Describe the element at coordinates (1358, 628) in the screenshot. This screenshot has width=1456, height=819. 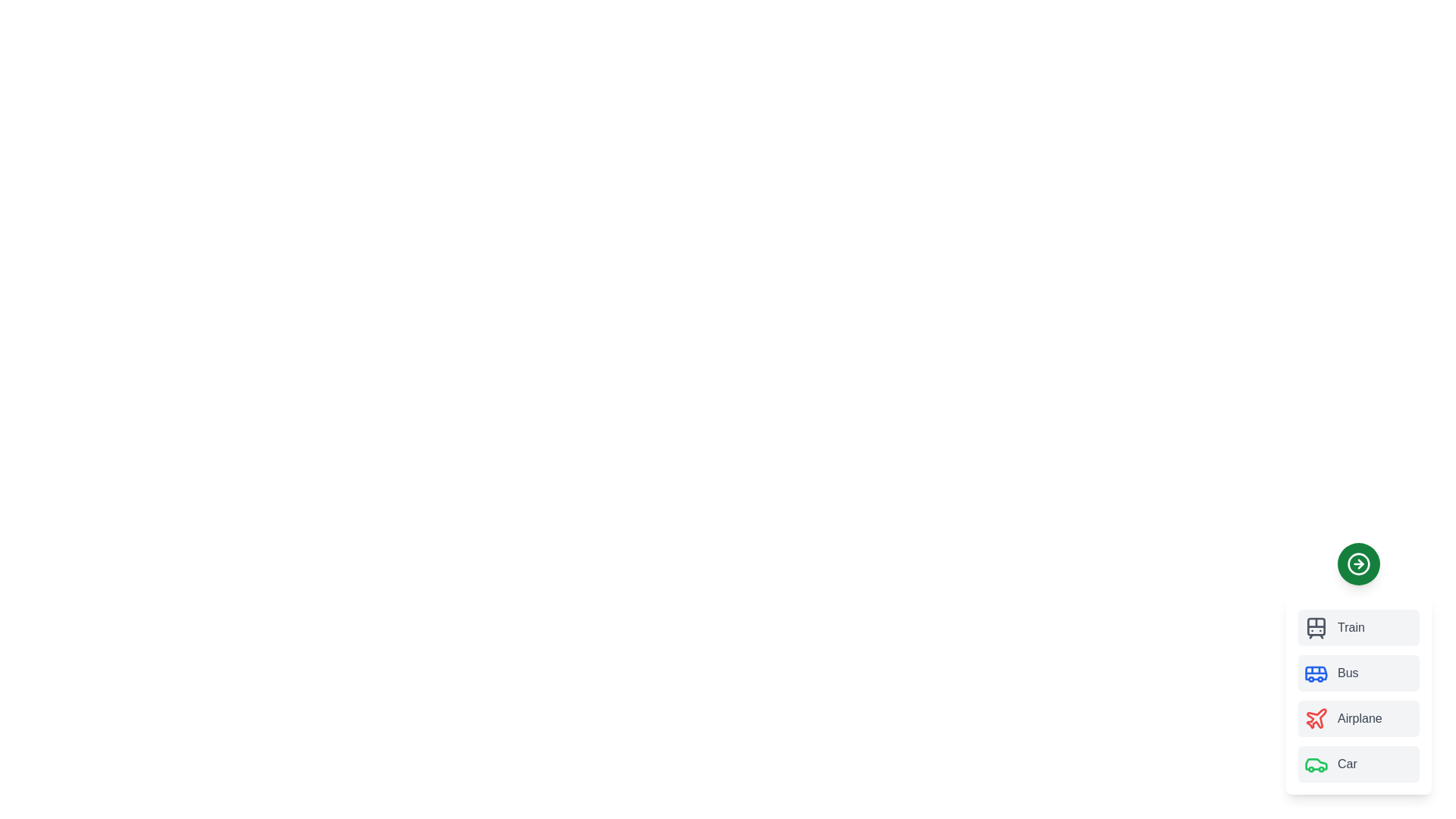
I see `the transport mode Train to trigger its hover effect` at that location.